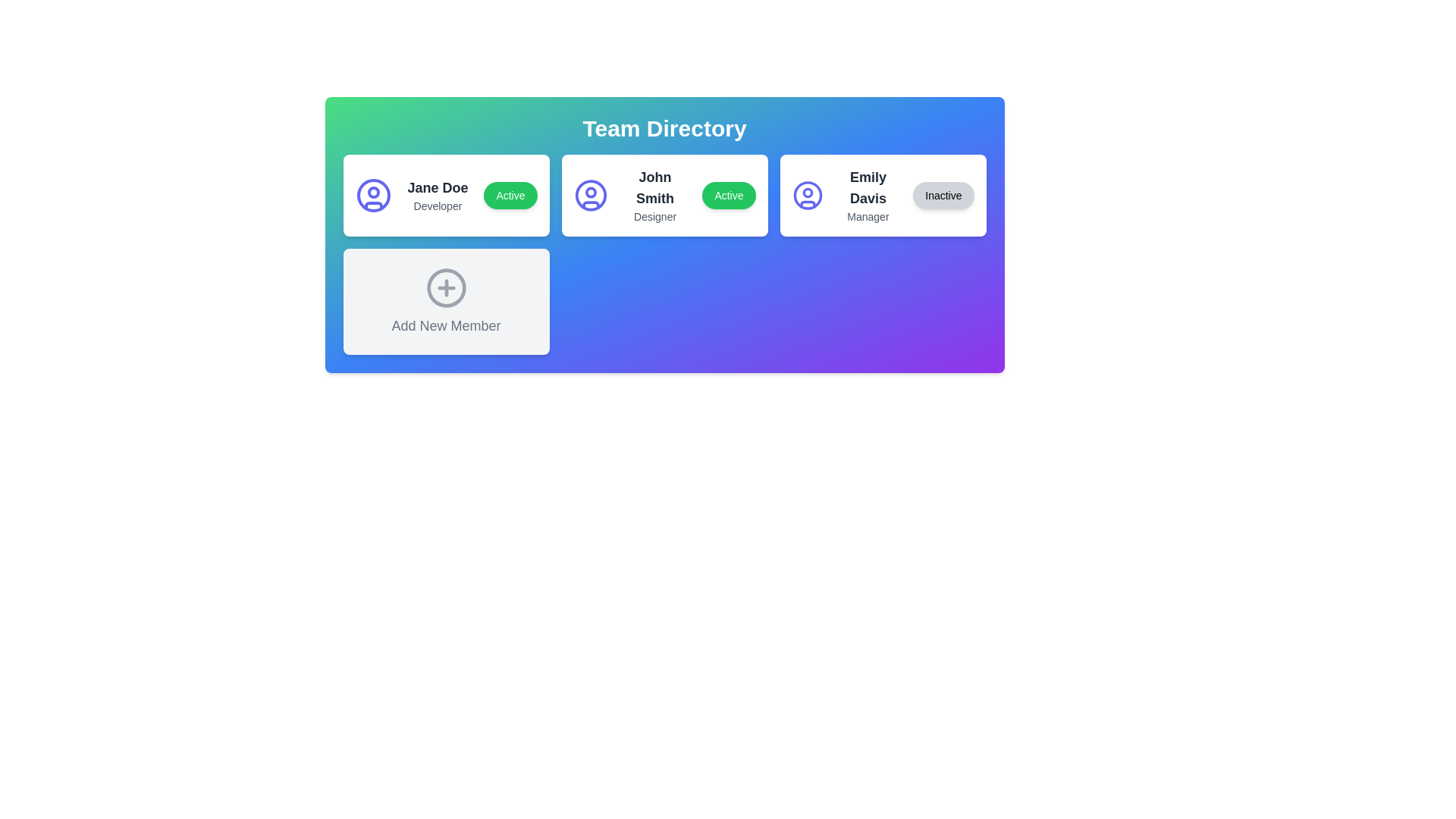 Image resolution: width=1456 pixels, height=819 pixels. Describe the element at coordinates (445, 325) in the screenshot. I see `the text label that says 'Add New Member', which is styled with gray color and large font size, located in the lower left area of the 'Team Directory' interface` at that location.